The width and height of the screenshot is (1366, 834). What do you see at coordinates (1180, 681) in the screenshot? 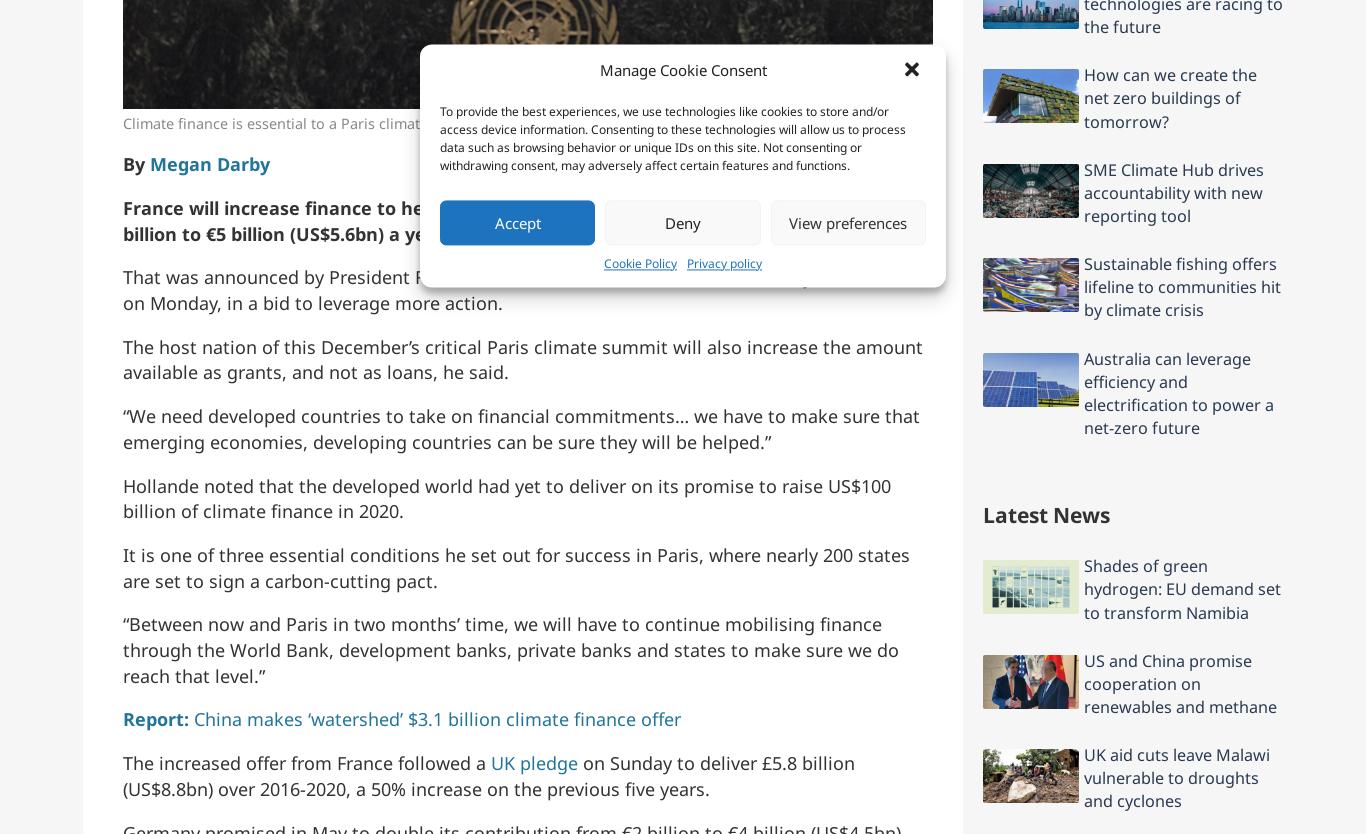
I see `'US and China promise cooperation on renewables and methane'` at bounding box center [1180, 681].